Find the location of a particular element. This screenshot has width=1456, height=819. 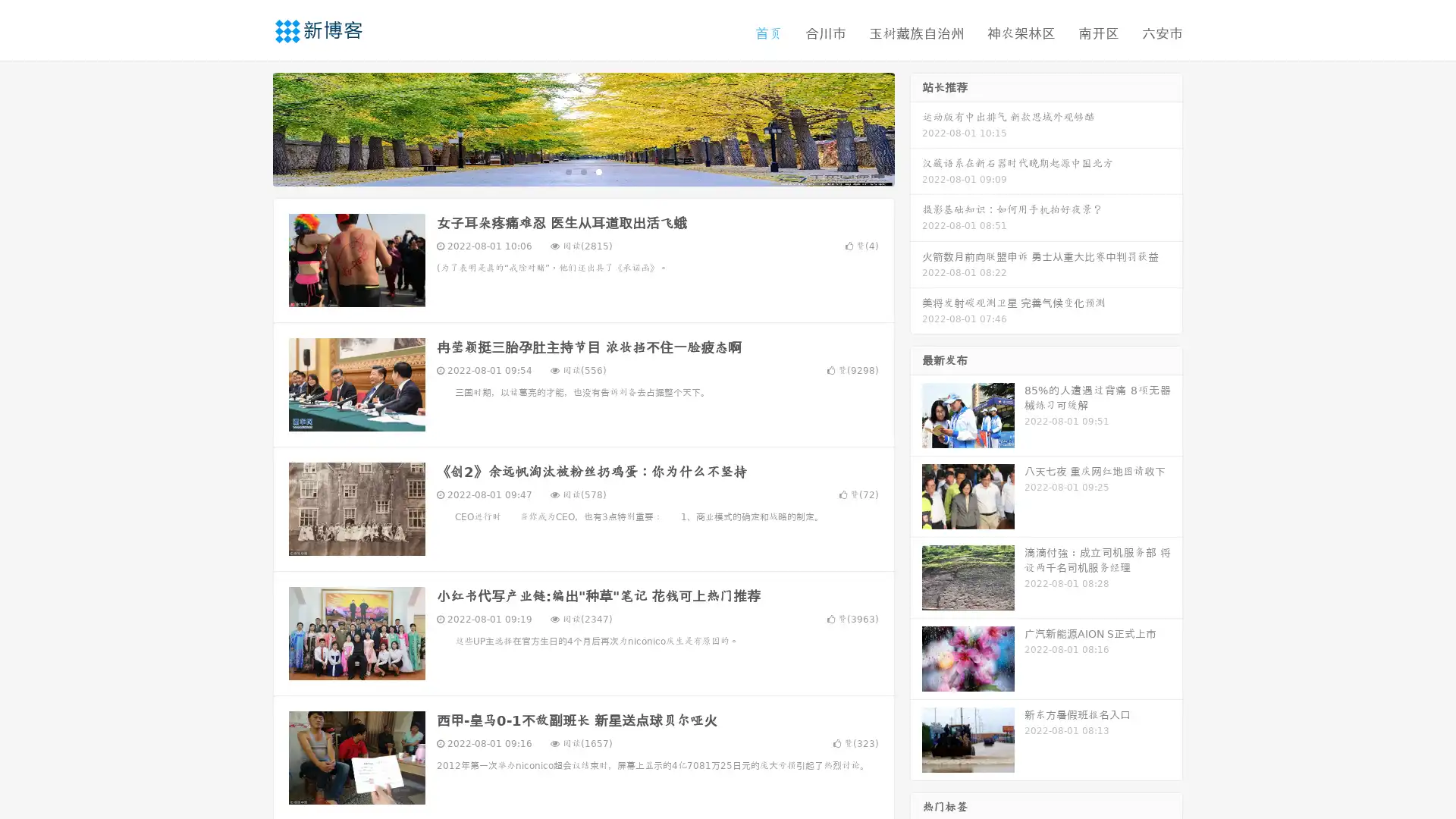

Previous slide is located at coordinates (250, 127).